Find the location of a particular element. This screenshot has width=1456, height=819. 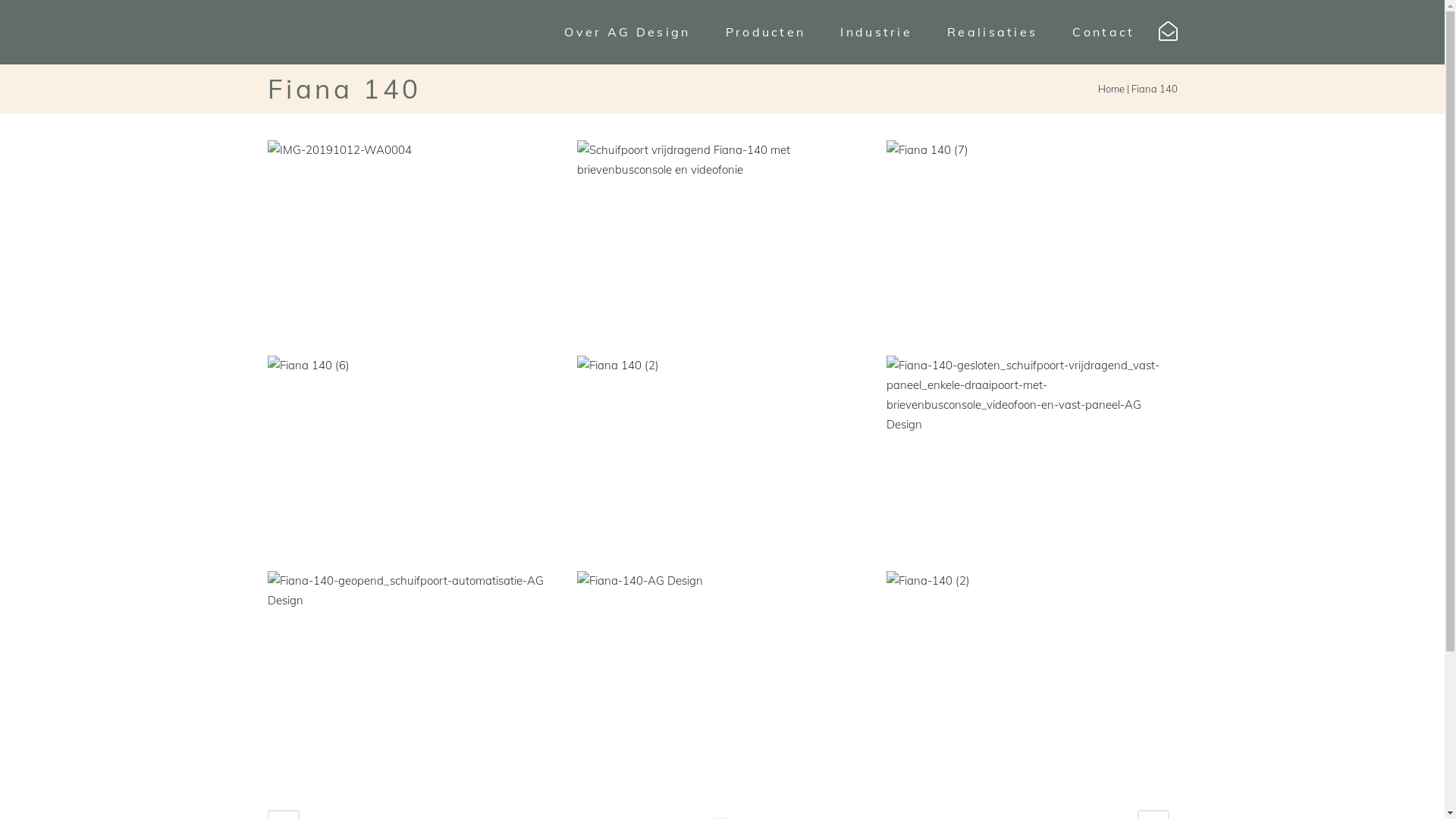

'Producten' is located at coordinates (765, 32).